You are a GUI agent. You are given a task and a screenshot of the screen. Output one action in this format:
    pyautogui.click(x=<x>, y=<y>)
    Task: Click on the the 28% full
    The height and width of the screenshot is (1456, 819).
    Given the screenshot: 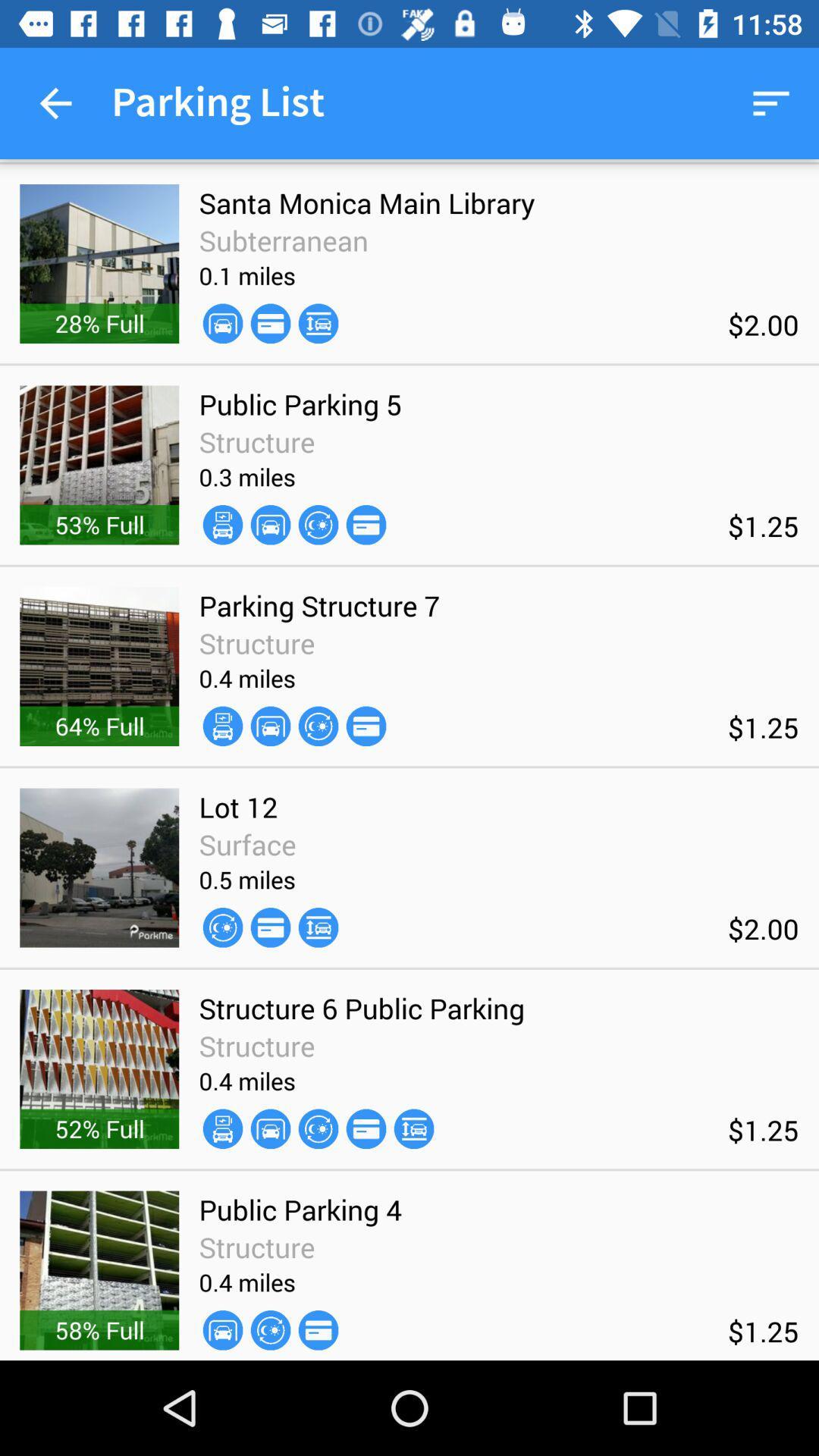 What is the action you would take?
    pyautogui.click(x=99, y=322)
    